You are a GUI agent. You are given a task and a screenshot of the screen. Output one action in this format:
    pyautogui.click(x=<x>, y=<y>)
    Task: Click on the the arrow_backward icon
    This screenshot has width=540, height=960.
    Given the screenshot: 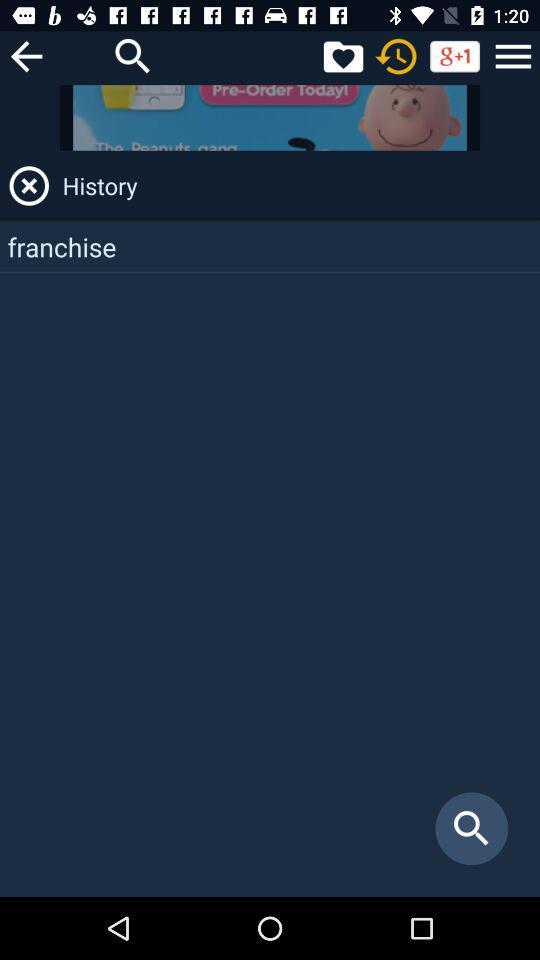 What is the action you would take?
    pyautogui.click(x=25, y=55)
    